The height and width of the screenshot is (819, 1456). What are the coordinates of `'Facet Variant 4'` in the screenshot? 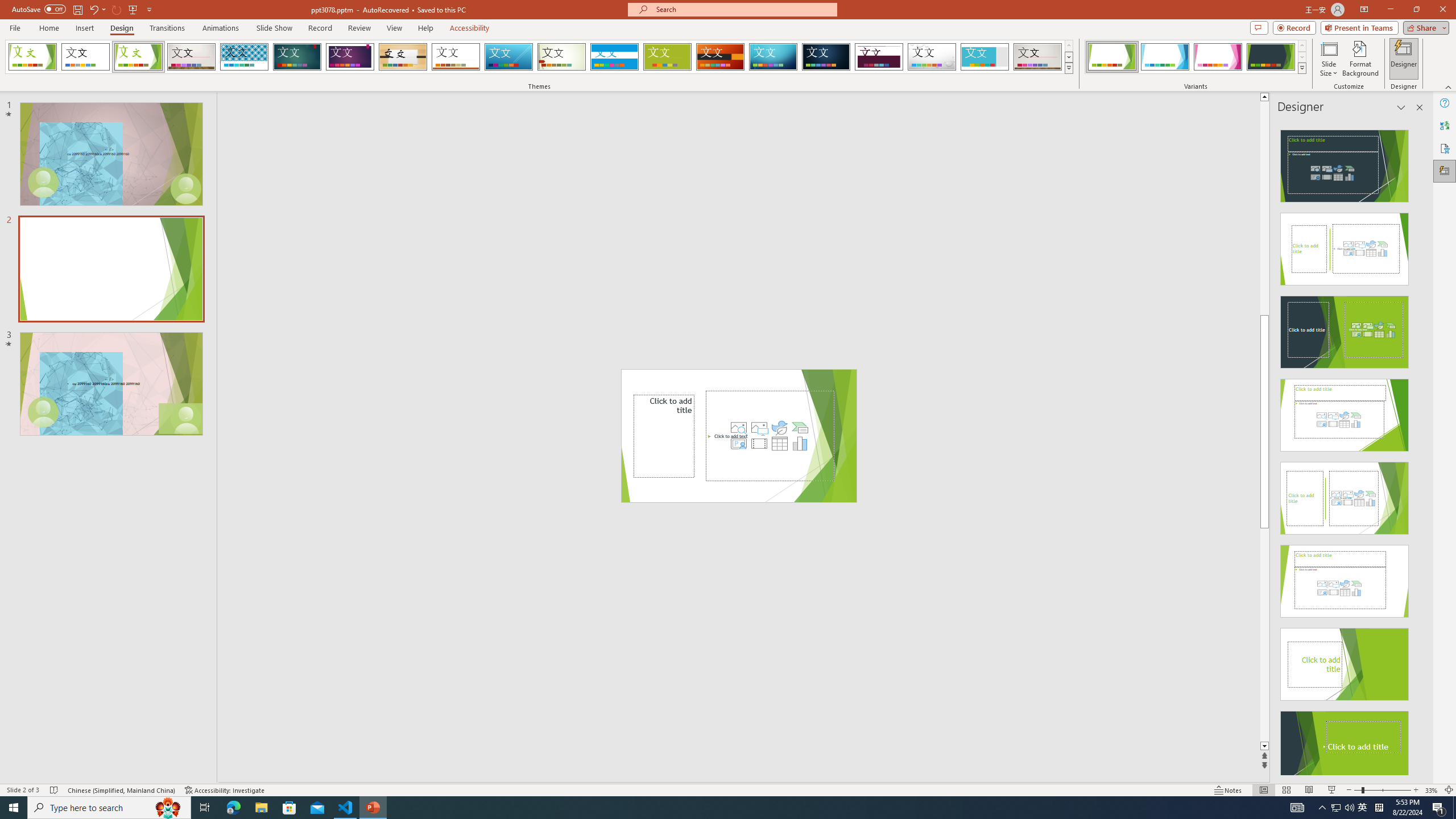 It's located at (1270, 56).